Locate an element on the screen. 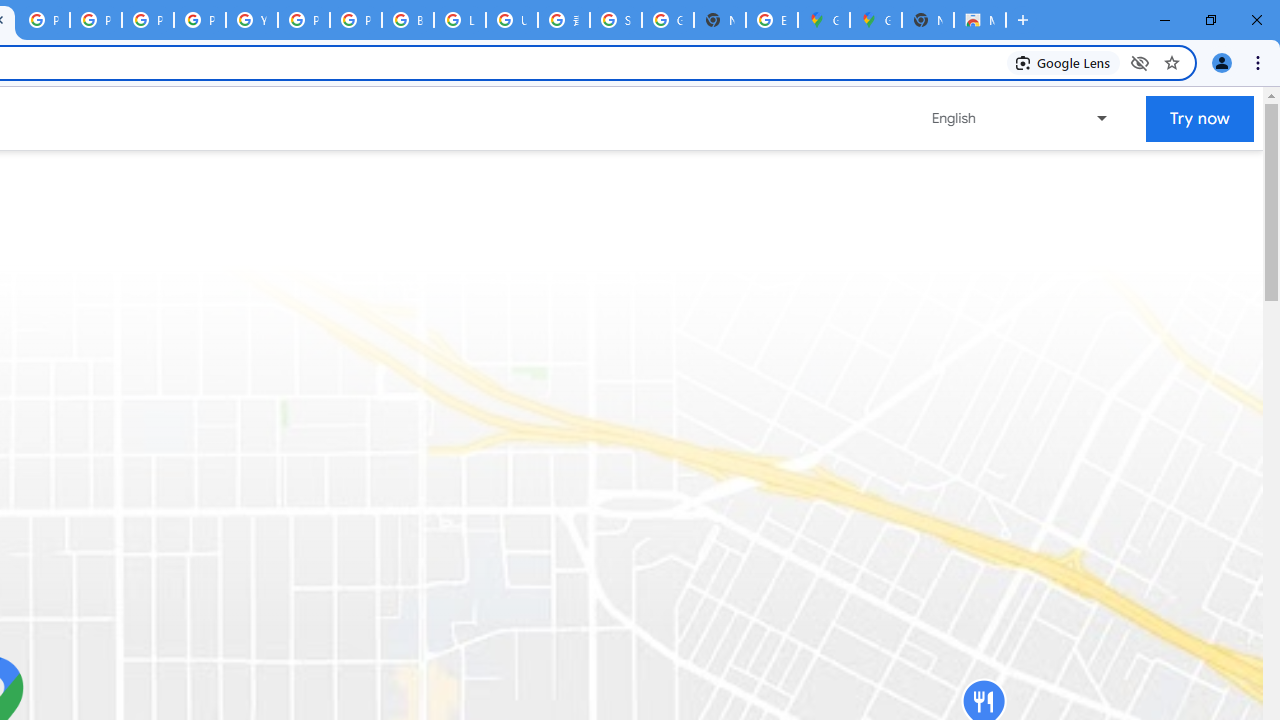 The height and width of the screenshot is (720, 1280). 'Privacy Help Center - Policies Help' is located at coordinates (146, 20).